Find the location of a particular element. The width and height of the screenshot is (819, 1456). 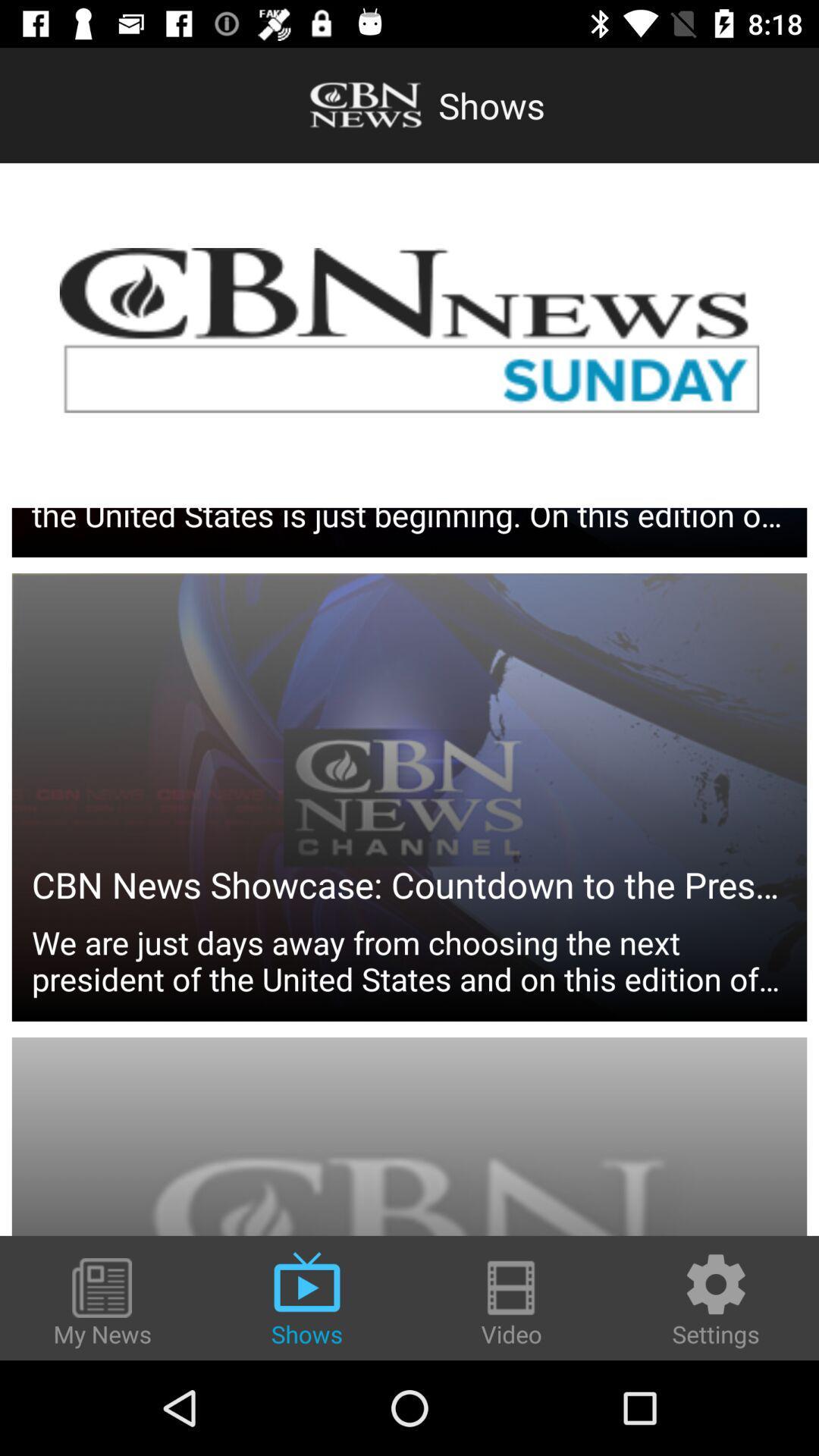

the item to the right of the video is located at coordinates (716, 1298).